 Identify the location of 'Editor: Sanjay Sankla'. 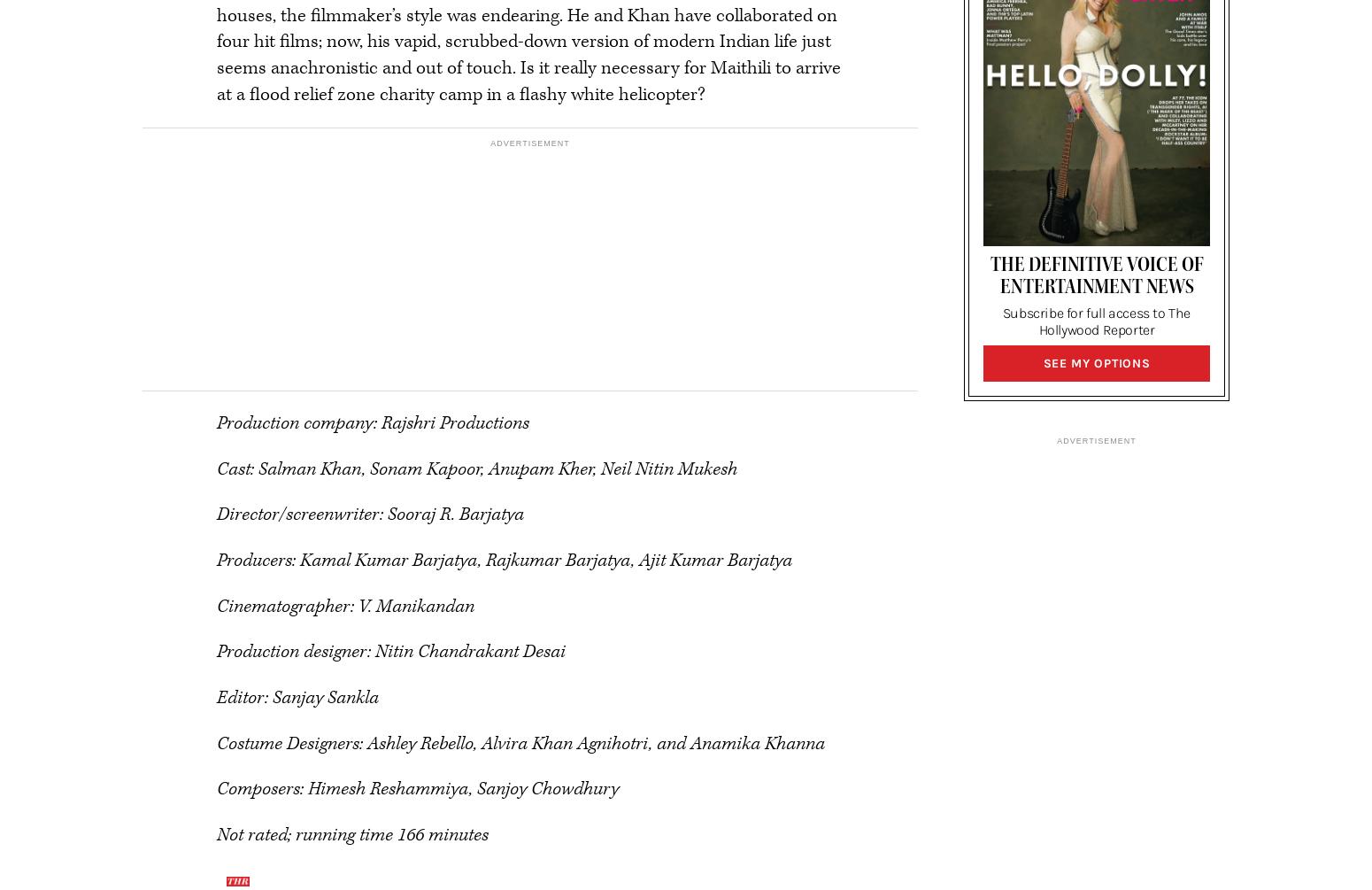
(297, 698).